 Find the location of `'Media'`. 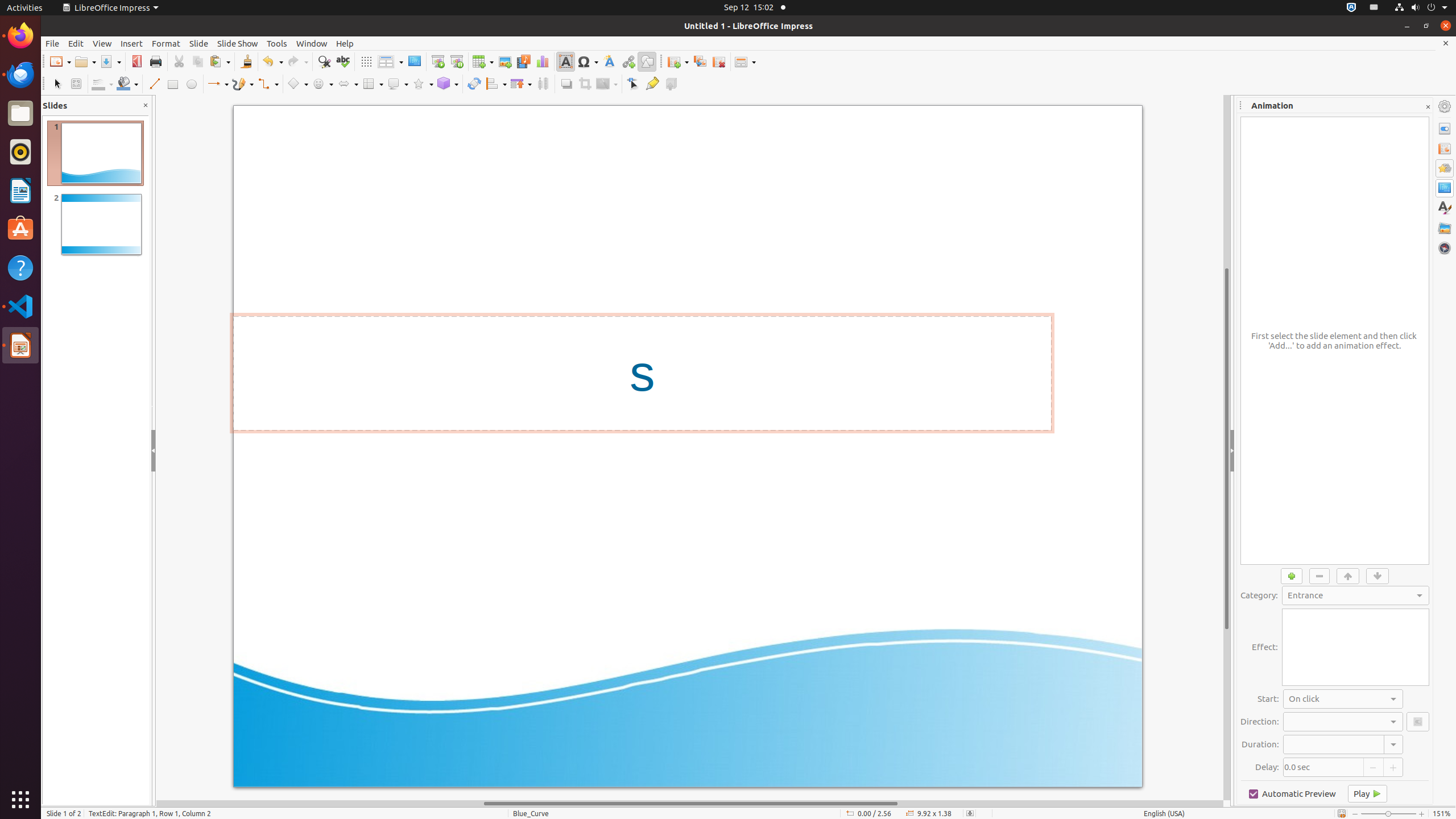

'Media' is located at coordinates (523, 61).